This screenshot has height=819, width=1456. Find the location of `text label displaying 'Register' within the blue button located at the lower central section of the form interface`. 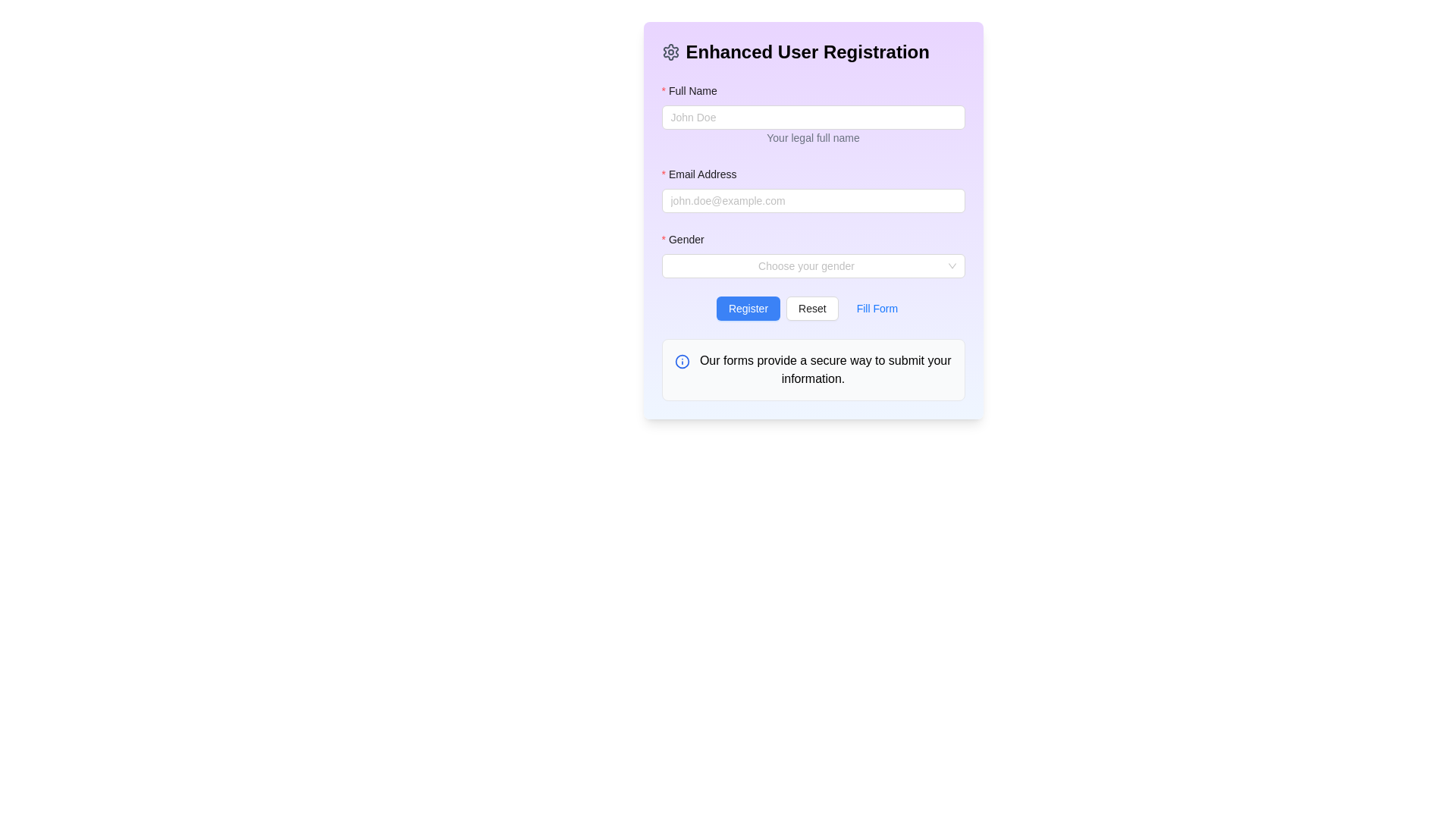

text label displaying 'Register' within the blue button located at the lower central section of the form interface is located at coordinates (748, 308).